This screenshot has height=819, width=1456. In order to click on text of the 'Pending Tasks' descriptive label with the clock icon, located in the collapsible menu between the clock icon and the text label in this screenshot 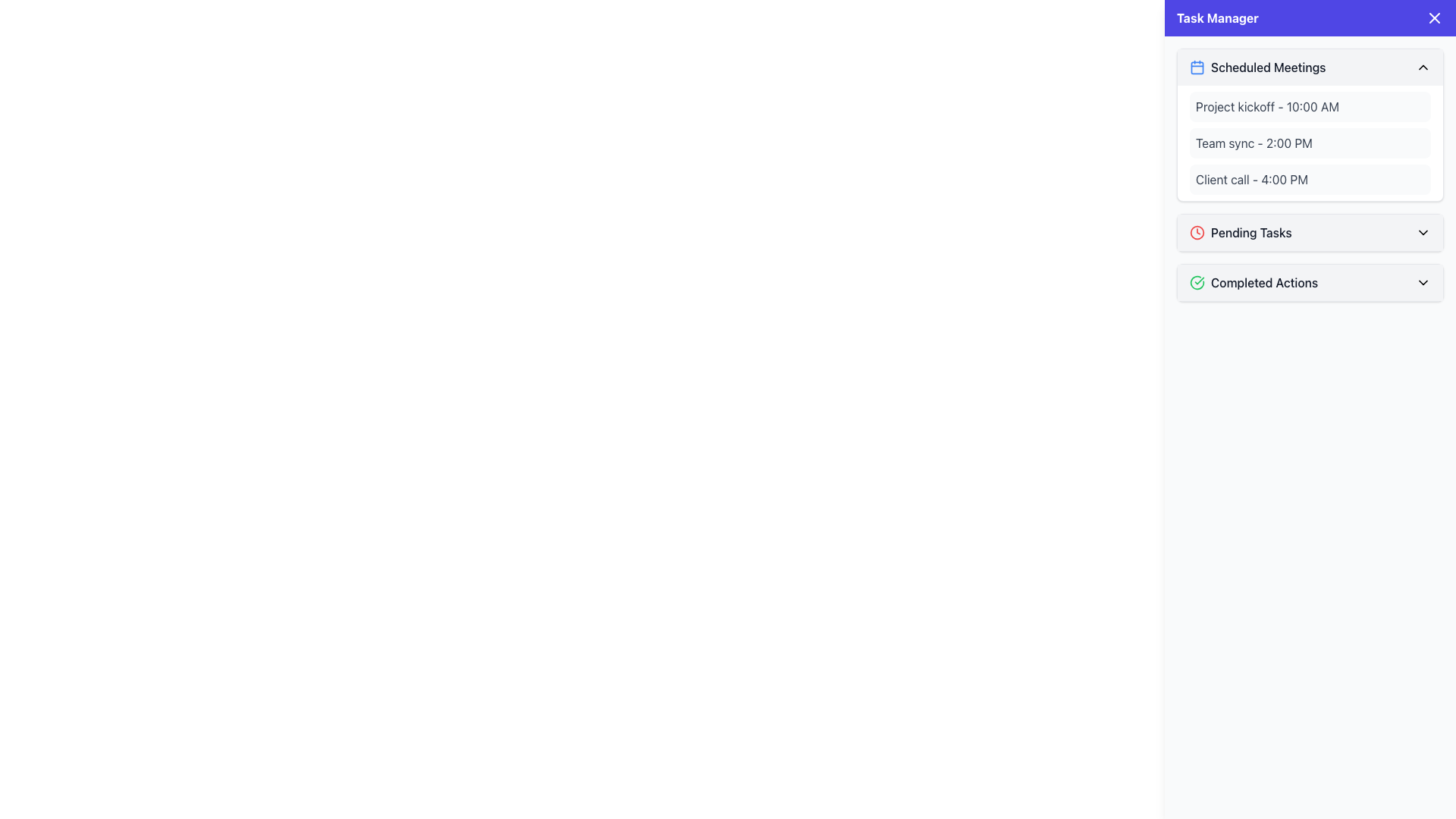, I will do `click(1241, 233)`.